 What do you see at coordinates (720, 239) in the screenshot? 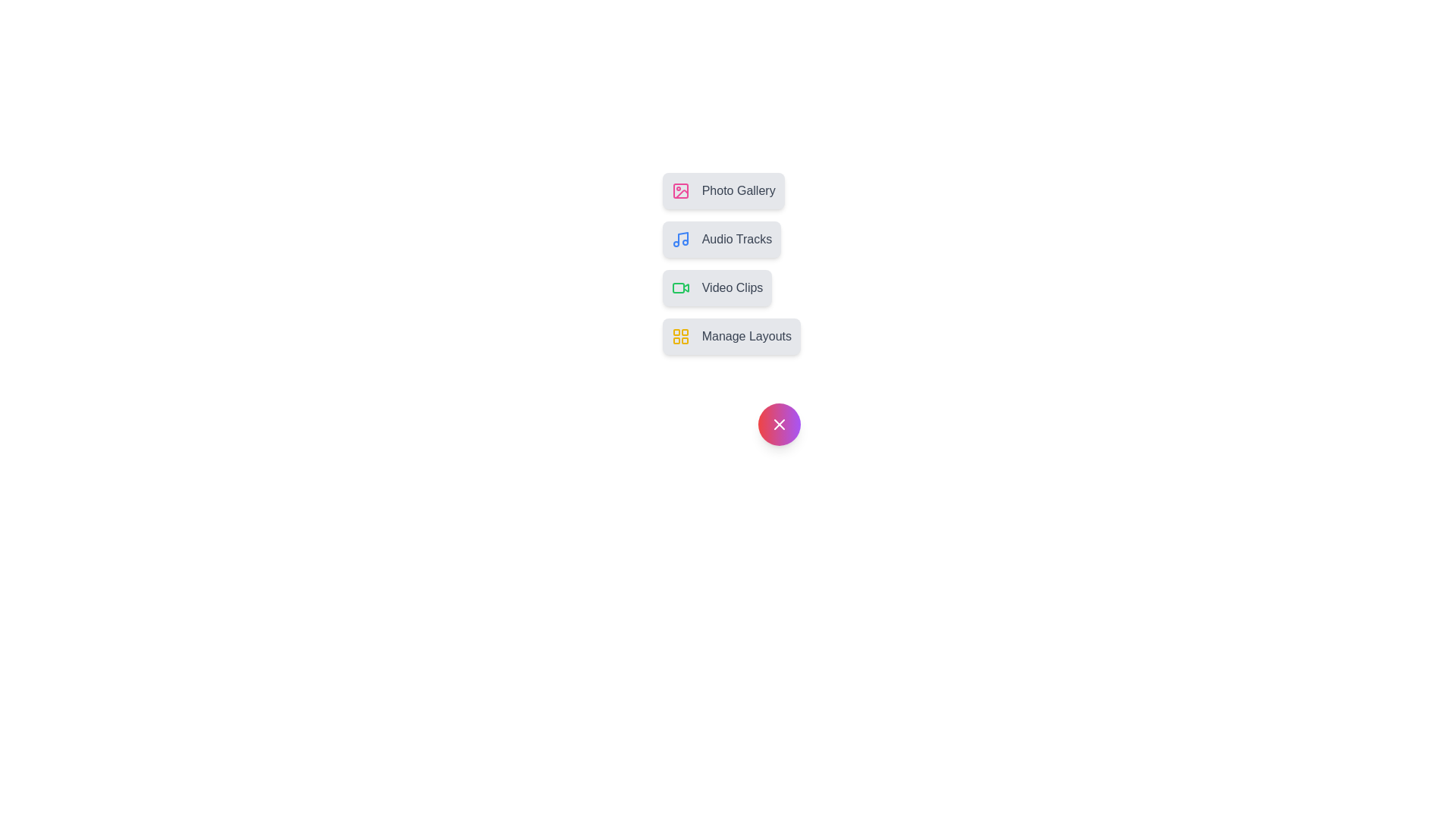
I see `the navigation button located below the 'Photo Gallery' button and above the 'Video Clips' button` at bounding box center [720, 239].